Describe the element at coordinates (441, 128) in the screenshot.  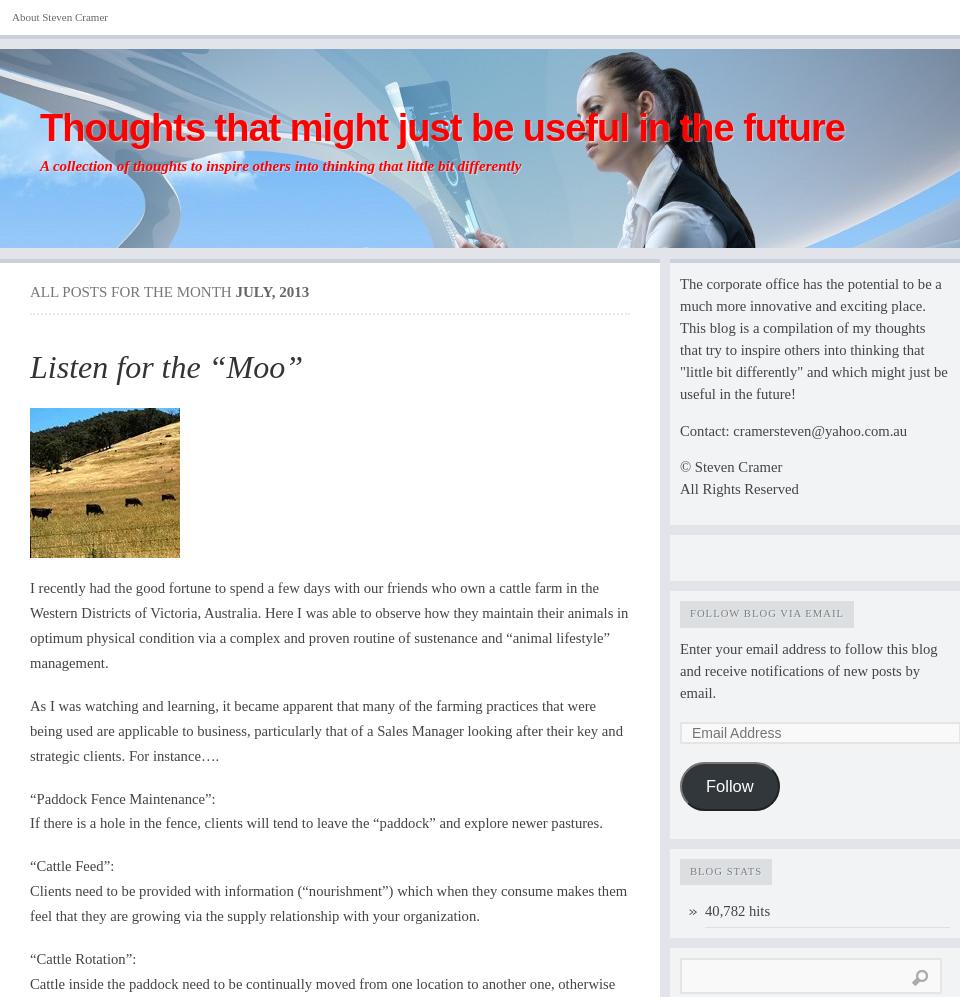
I see `'Thoughts that might just be useful in the future'` at that location.